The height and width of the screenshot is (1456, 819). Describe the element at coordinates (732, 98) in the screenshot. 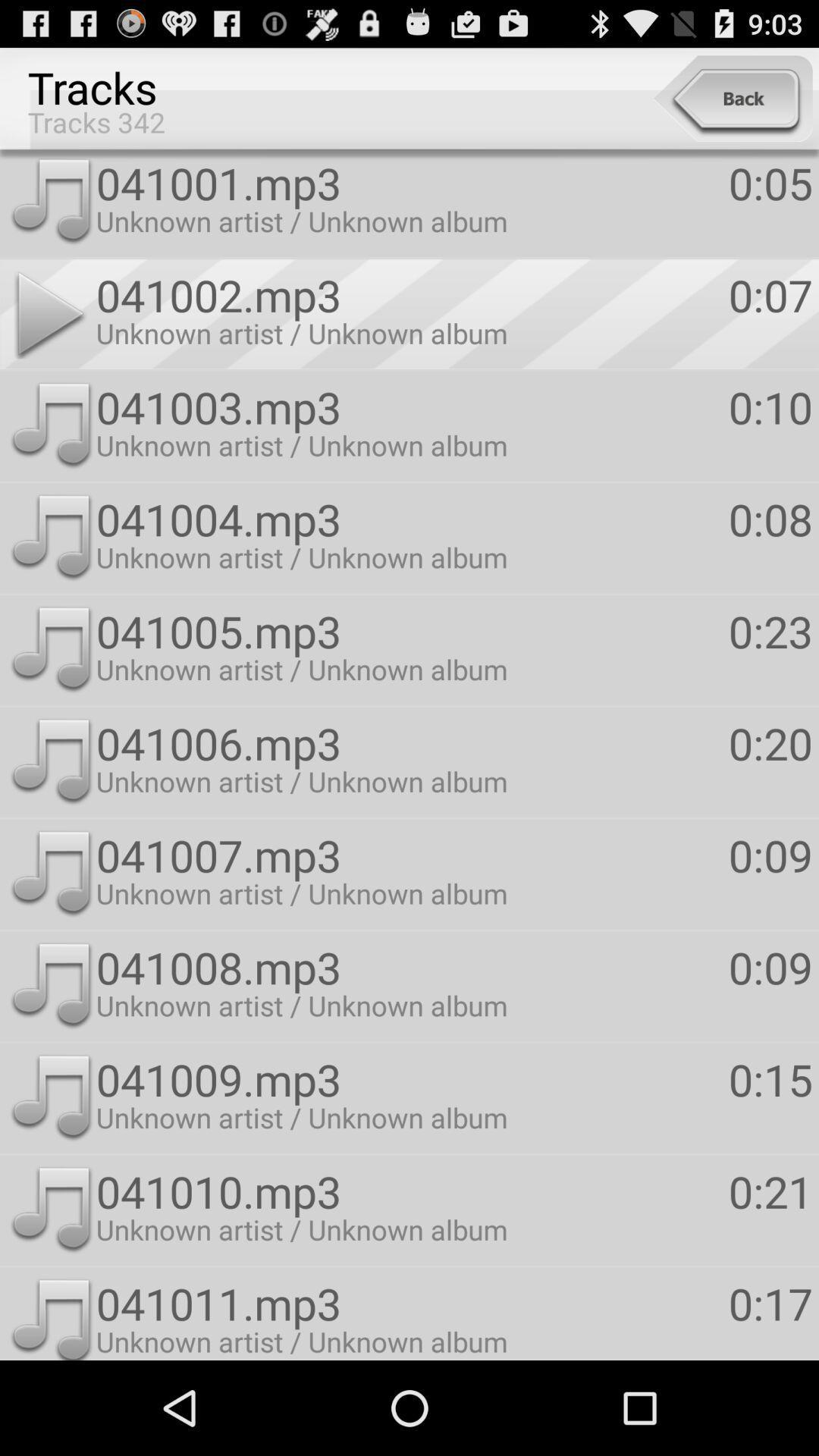

I see `go back` at that location.